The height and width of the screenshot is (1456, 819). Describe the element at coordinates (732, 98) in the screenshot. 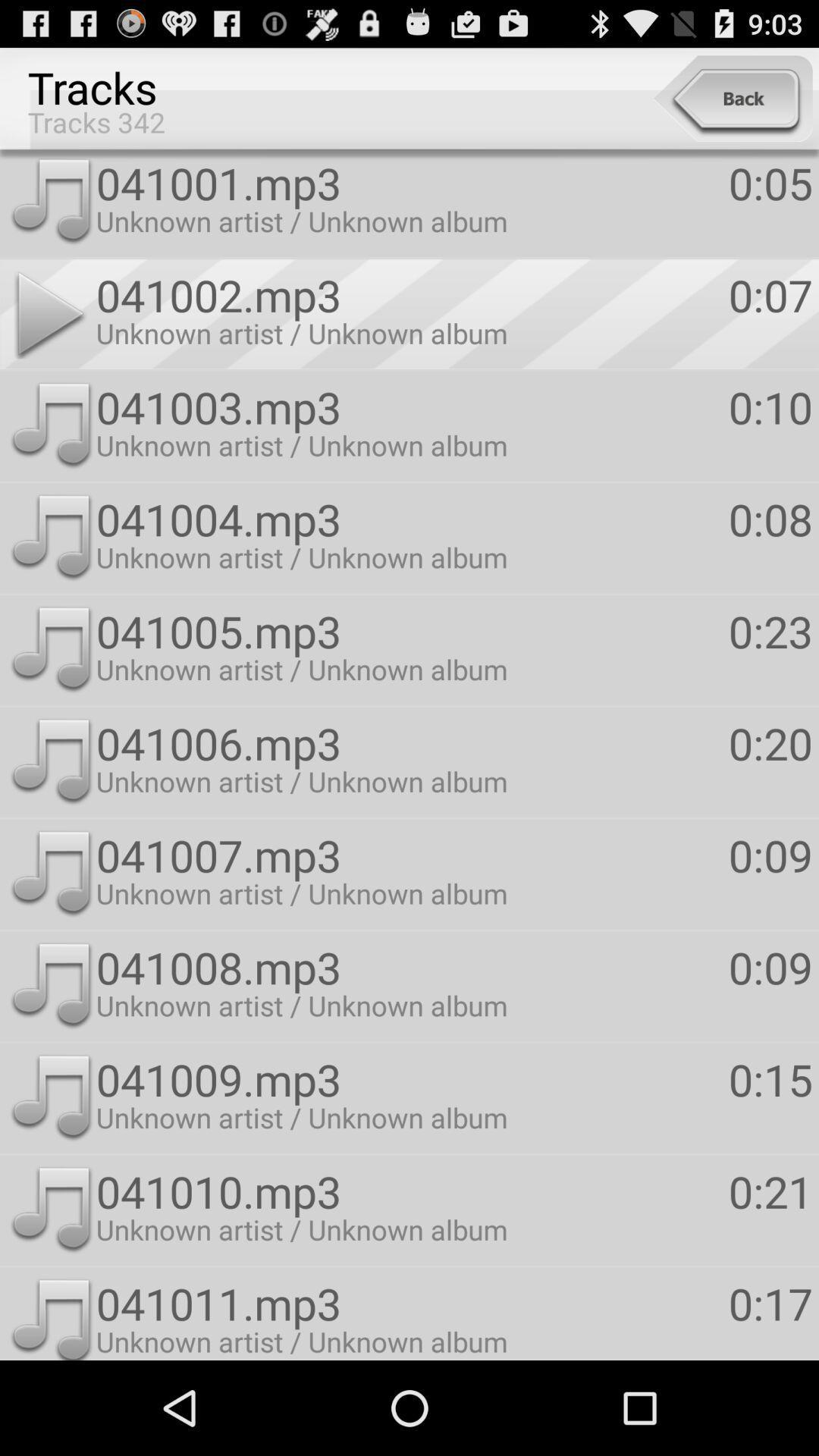

I see `go back` at that location.